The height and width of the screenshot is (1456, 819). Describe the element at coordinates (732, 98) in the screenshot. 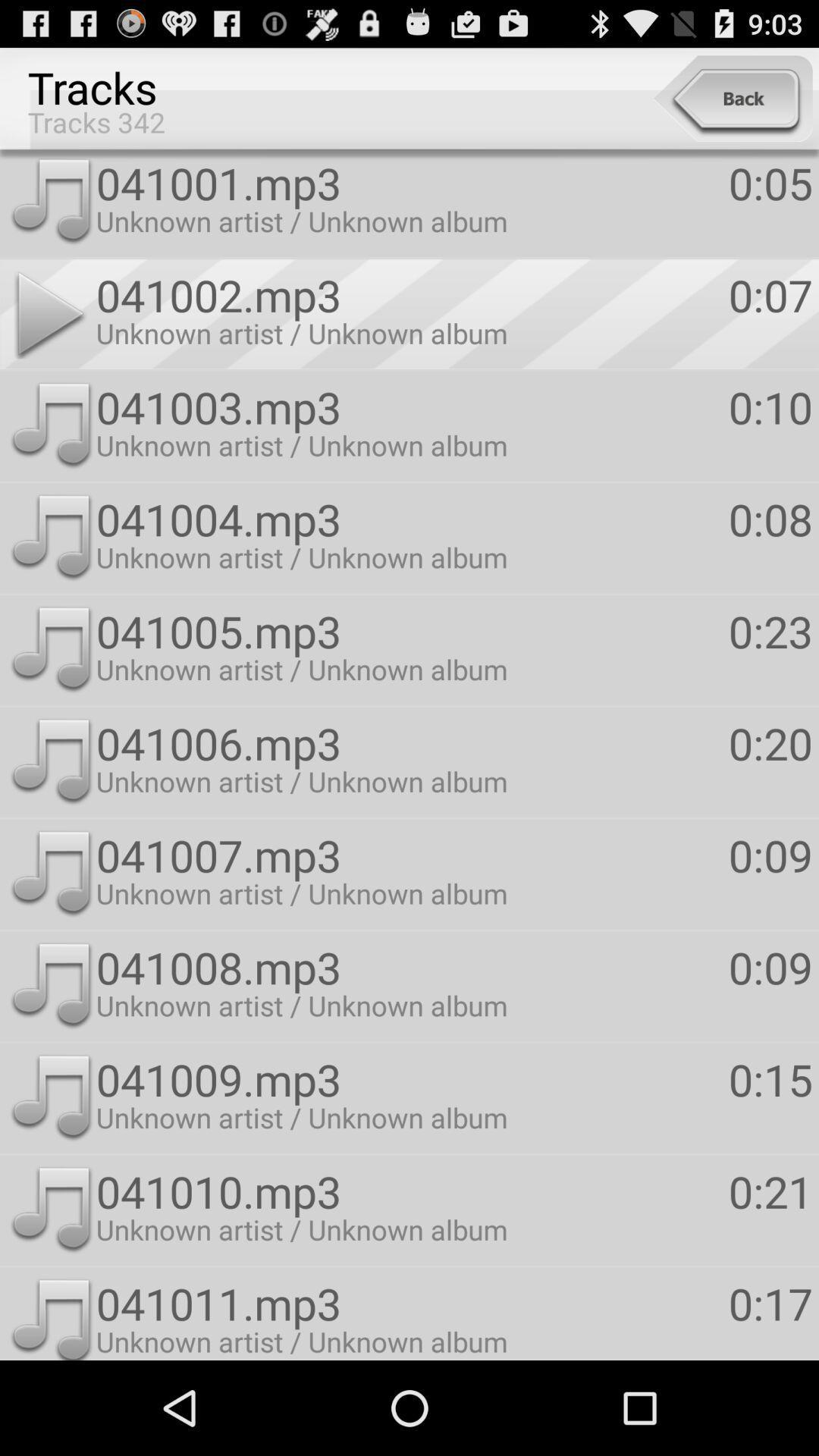

I see `go back` at that location.